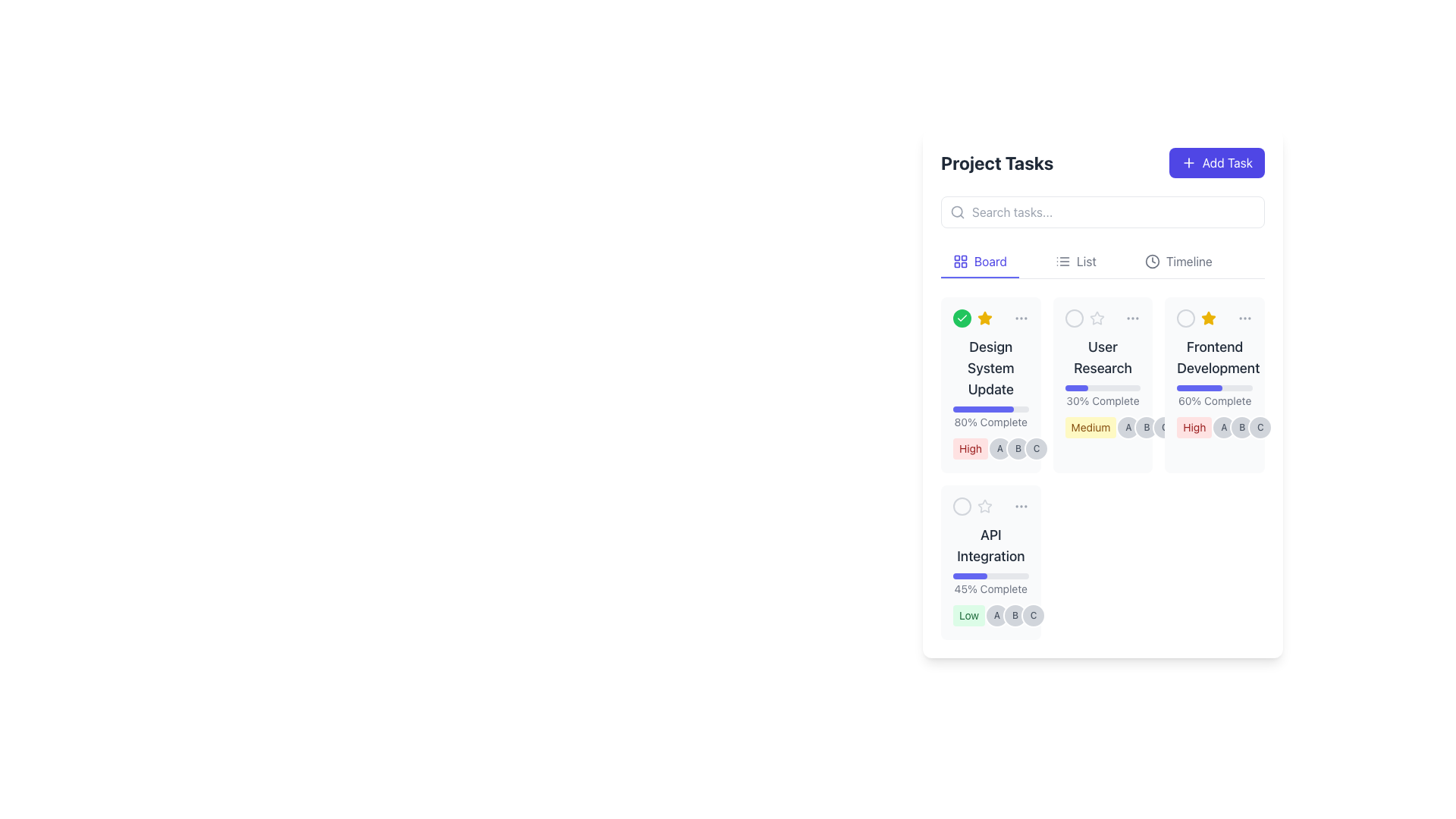  I want to click on the static text label displaying 'User Research', which is styled in bold, large font and centered on the second card in a horizontal row, so click(1103, 357).